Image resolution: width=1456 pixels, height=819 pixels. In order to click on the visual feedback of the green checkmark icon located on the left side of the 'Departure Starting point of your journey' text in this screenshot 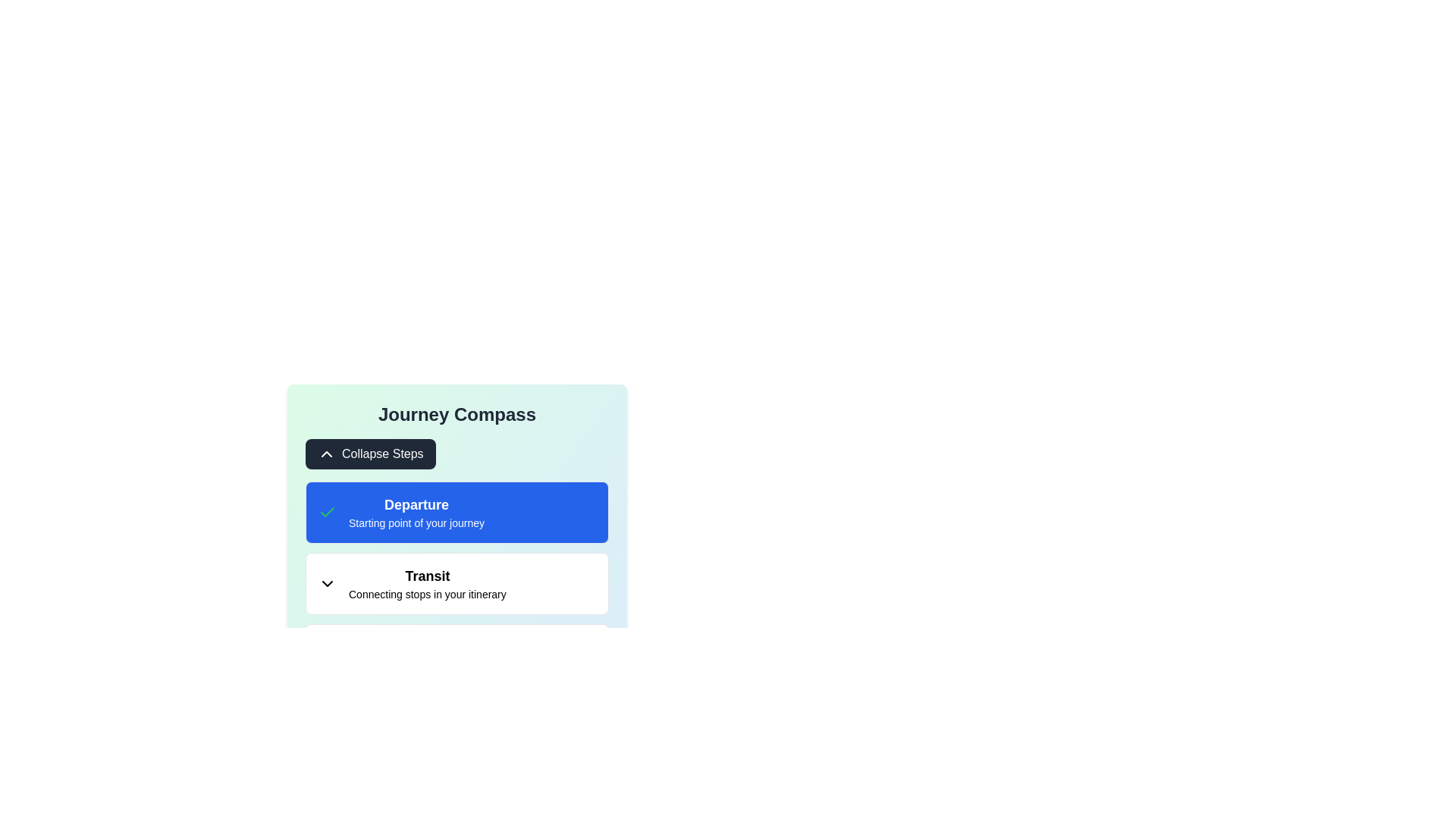, I will do `click(327, 512)`.